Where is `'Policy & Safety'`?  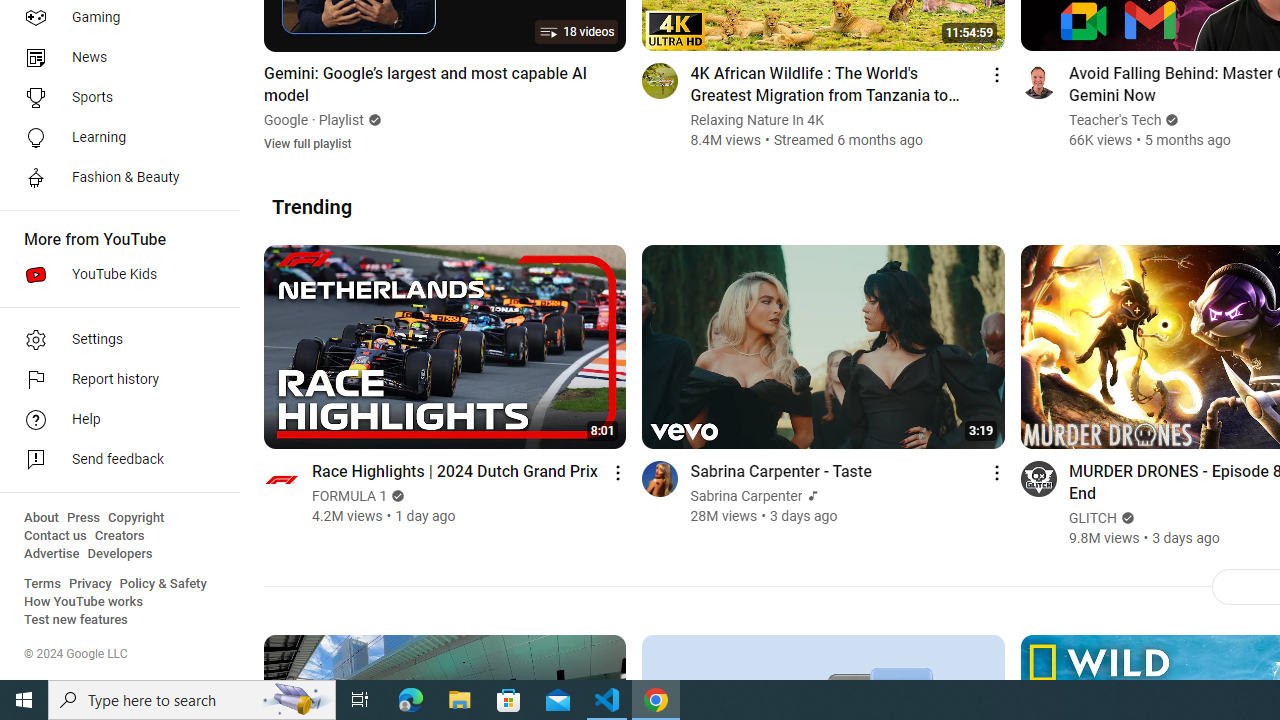 'Policy & Safety' is located at coordinates (163, 584).